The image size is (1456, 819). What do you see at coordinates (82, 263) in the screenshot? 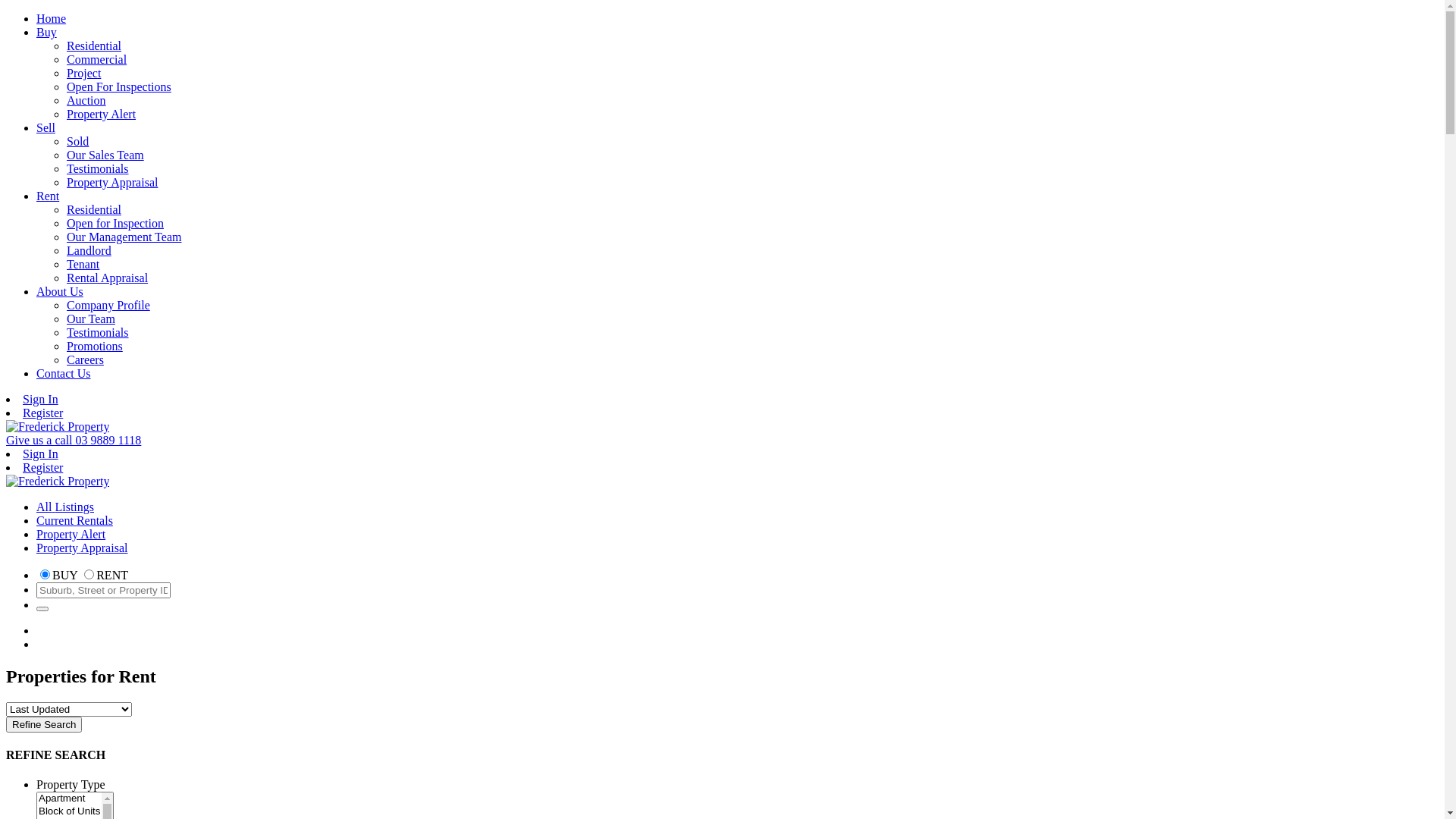
I see `'Tenant'` at bounding box center [82, 263].